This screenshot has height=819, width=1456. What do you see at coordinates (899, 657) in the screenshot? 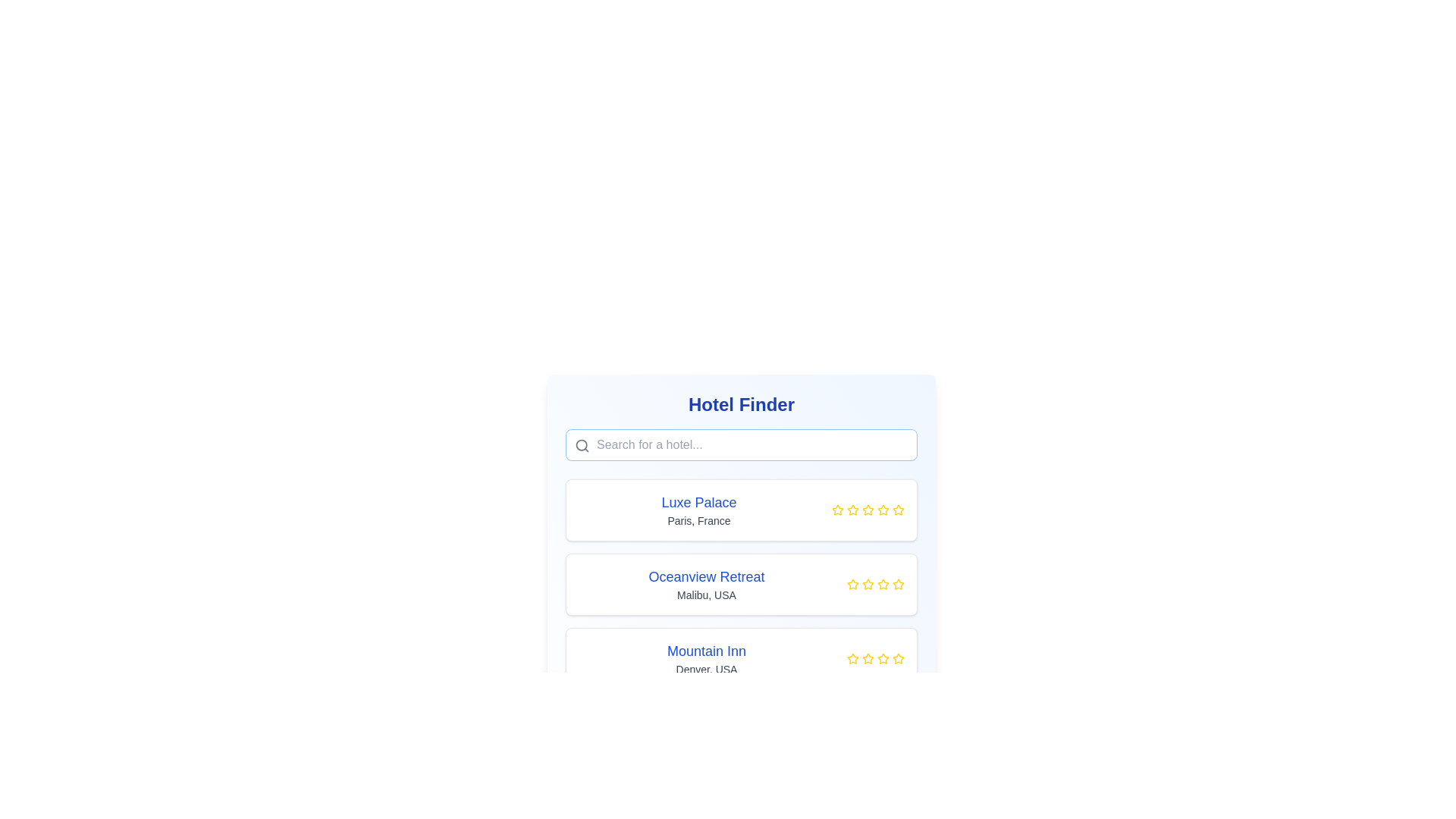
I see `the sixth star icon on the far right of the rating bar to trigger specific actions if enabled` at bounding box center [899, 657].